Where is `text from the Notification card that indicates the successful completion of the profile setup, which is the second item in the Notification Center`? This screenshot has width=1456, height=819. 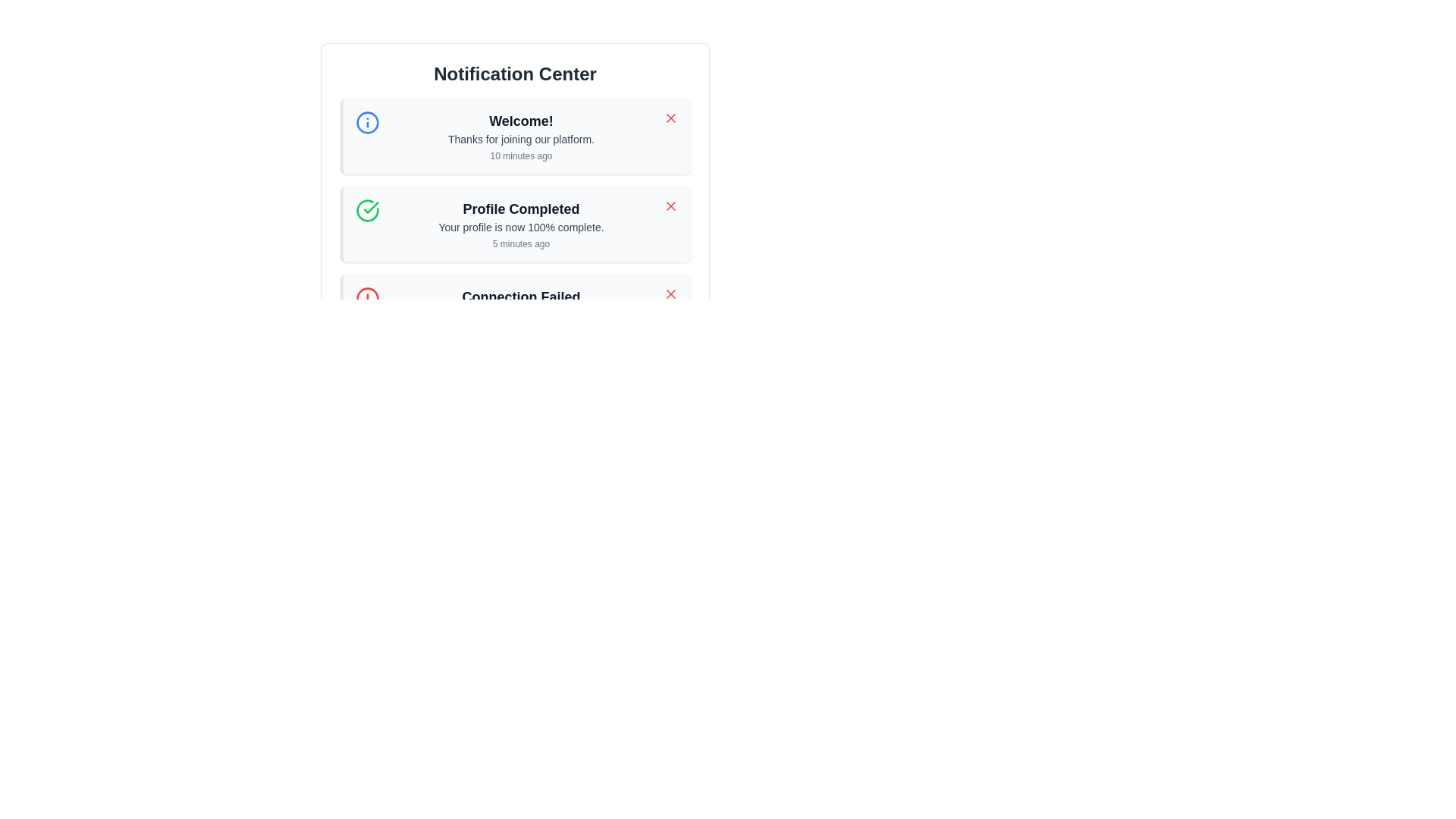 text from the Notification card that indicates the successful completion of the profile setup, which is the second item in the Notification Center is located at coordinates (515, 224).